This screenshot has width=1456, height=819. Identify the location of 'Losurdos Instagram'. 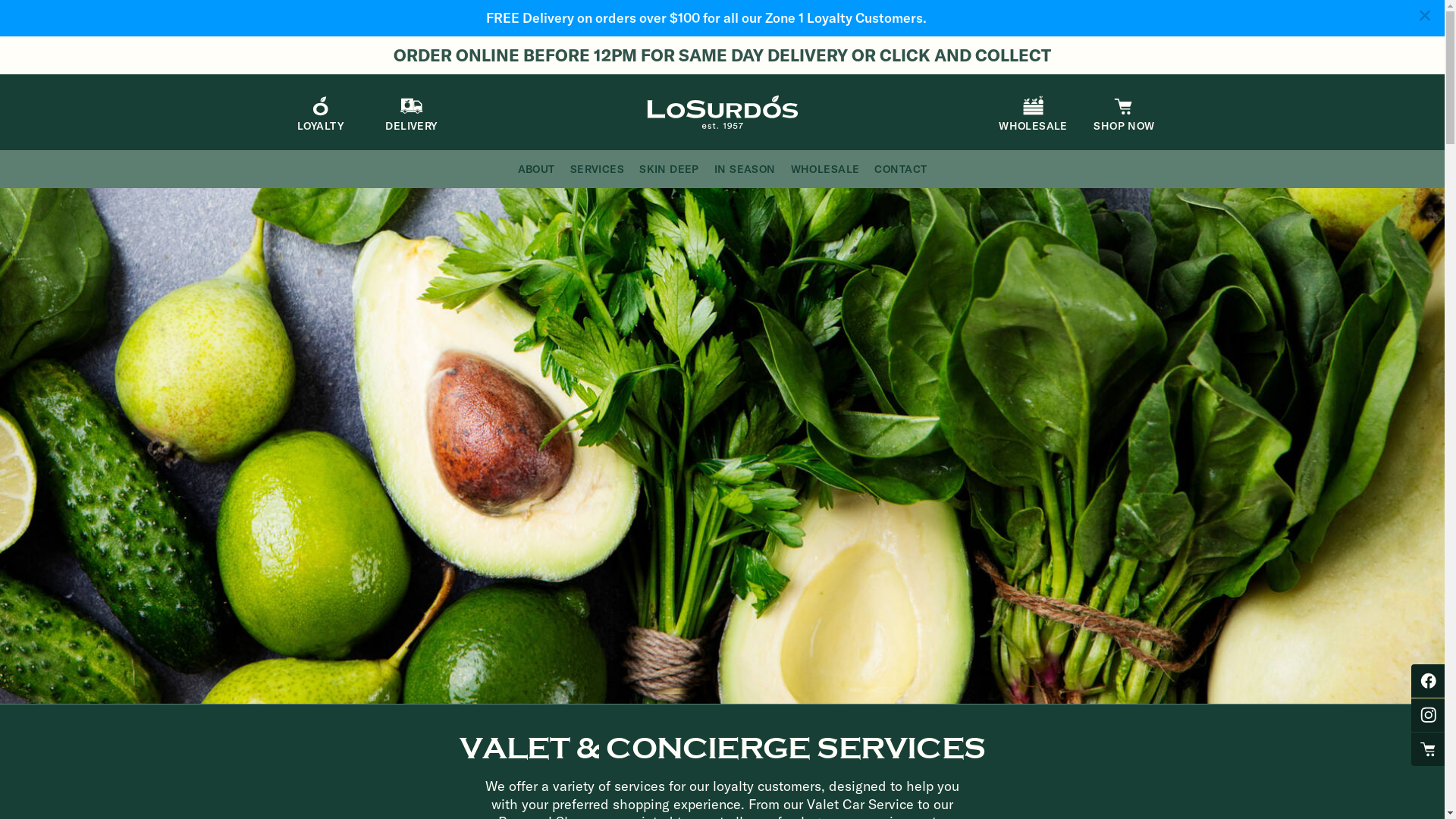
(1430, 714).